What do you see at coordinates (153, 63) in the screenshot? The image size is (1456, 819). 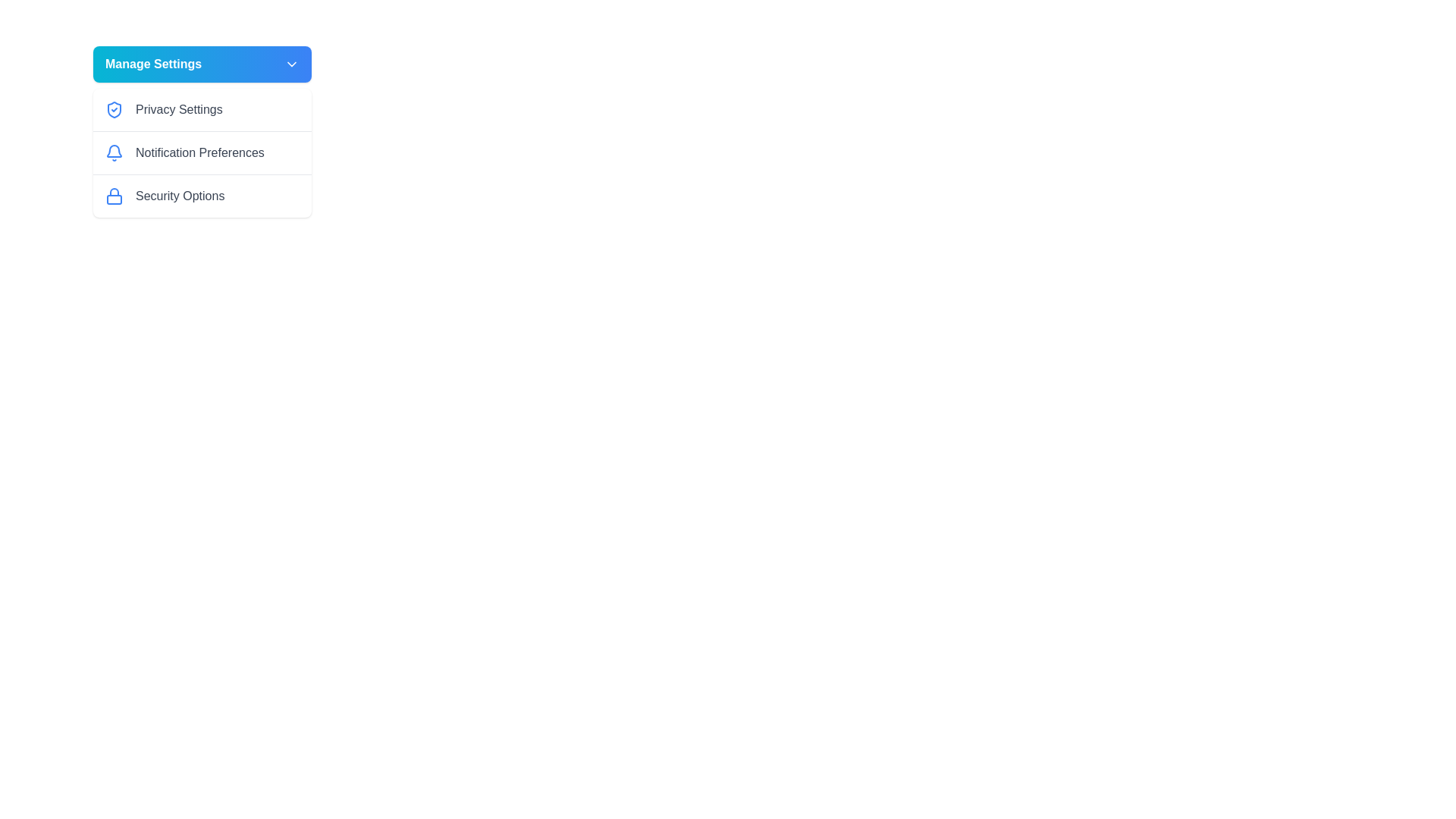 I see `the 'Manage Settings' text label, which is the primary label of a button indicating its functionality` at bounding box center [153, 63].